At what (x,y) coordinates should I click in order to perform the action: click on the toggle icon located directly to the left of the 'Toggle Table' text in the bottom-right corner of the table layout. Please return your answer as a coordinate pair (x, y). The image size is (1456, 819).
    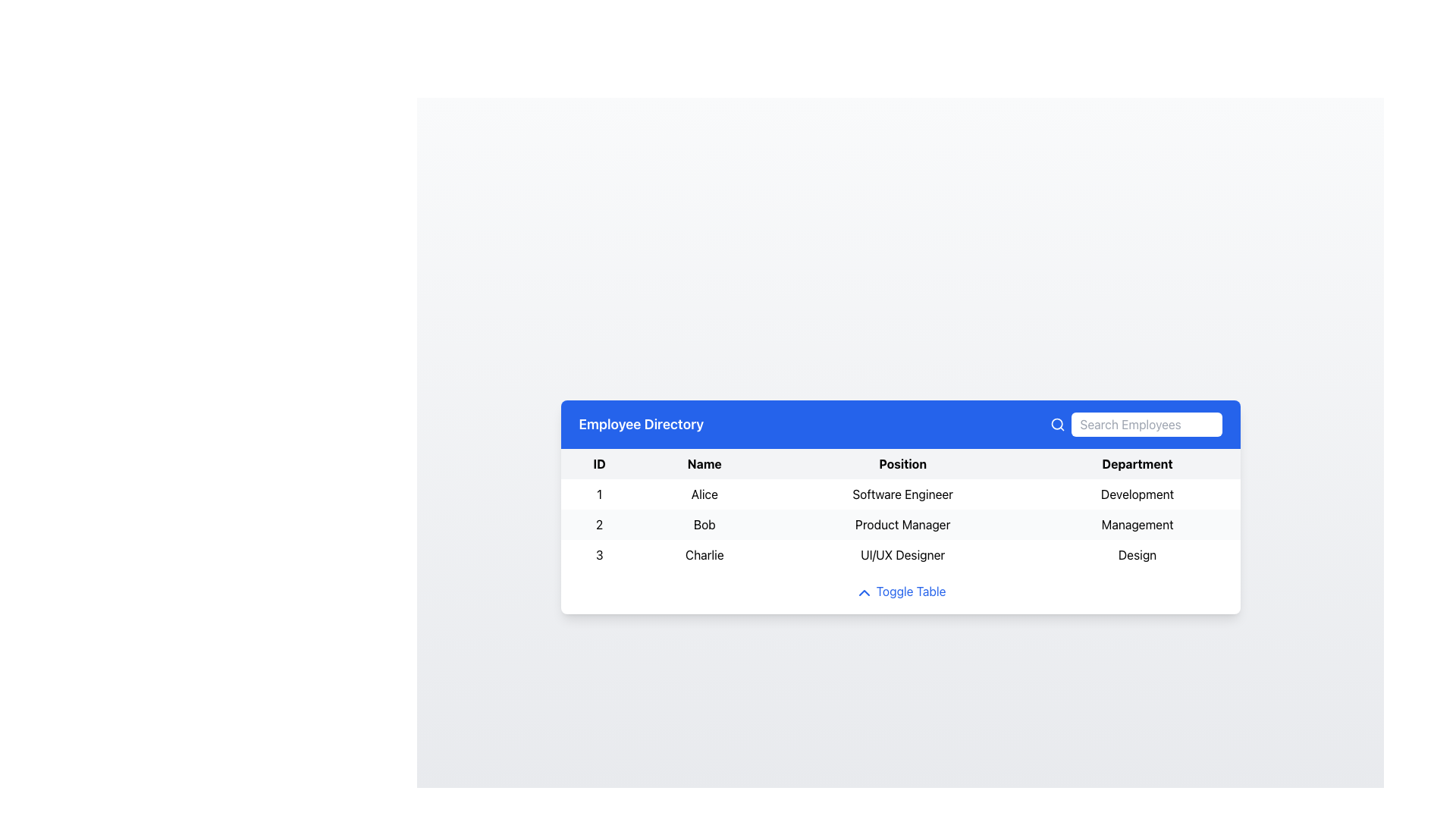
    Looking at the image, I should click on (864, 591).